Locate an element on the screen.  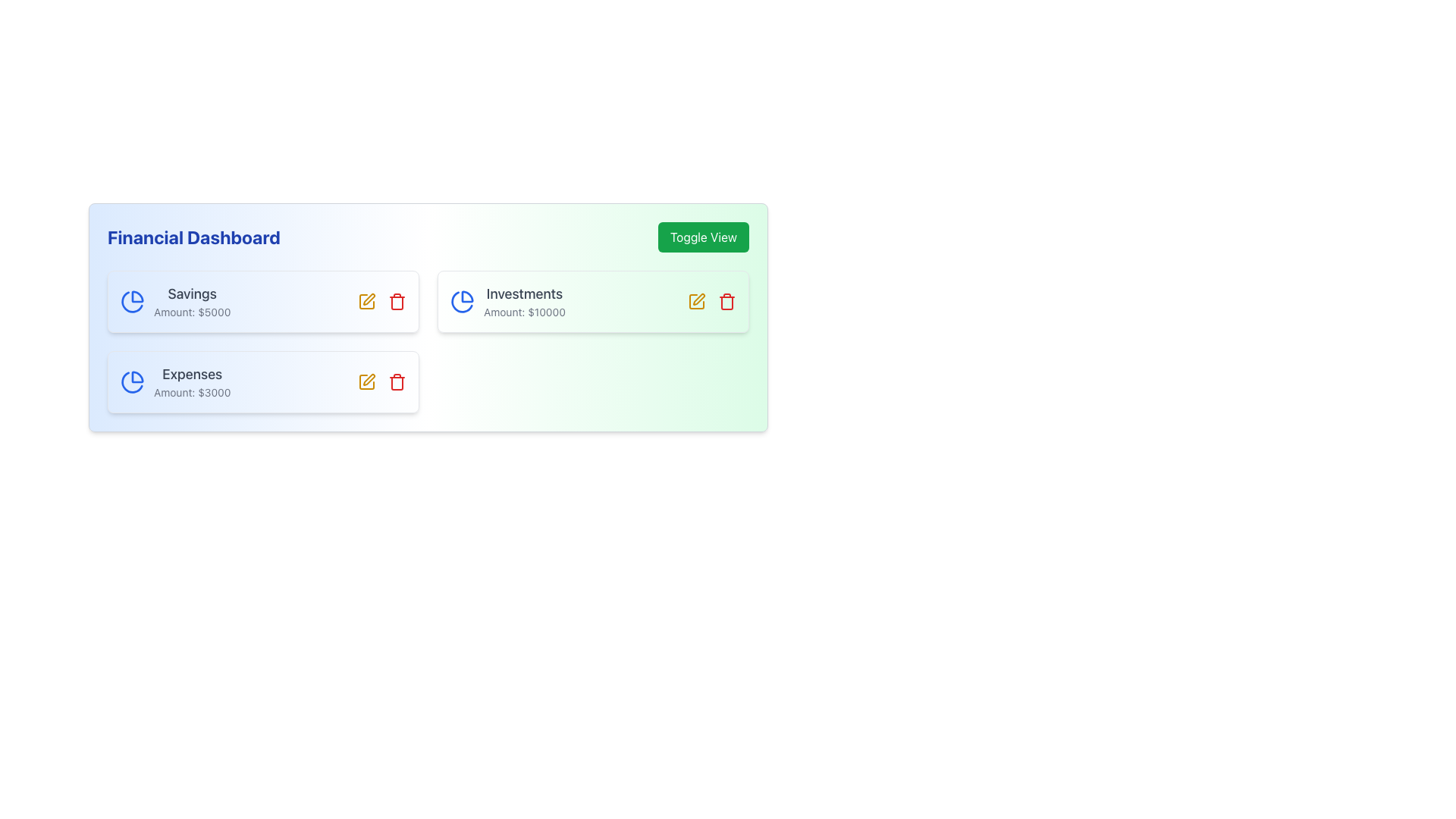
the circular pie chart icon with a blue outline and white fill, which is located next to the text 'Investments' in the 'Investments' card is located at coordinates (461, 301).